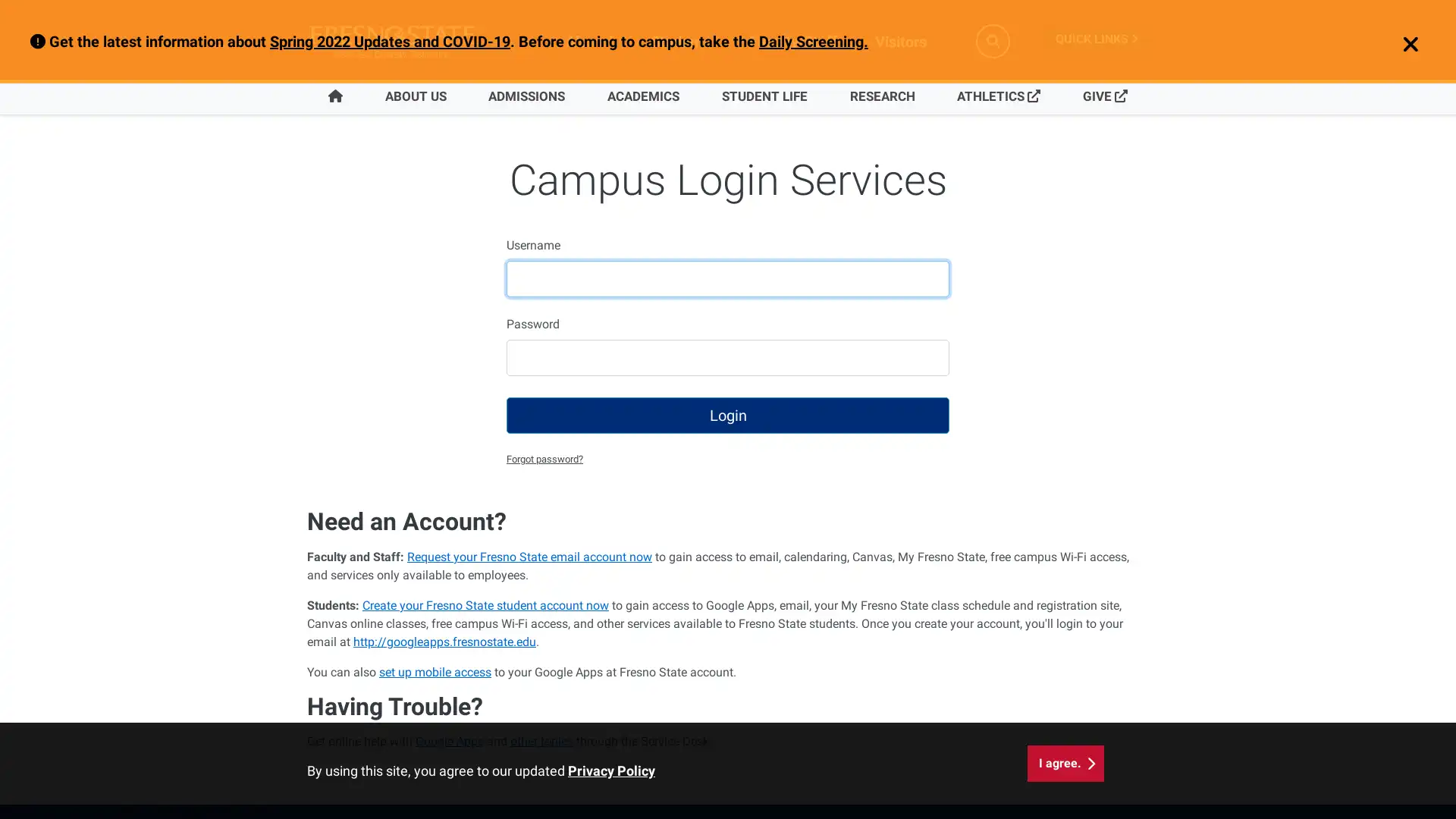 The width and height of the screenshot is (1456, 819). Describe the element at coordinates (611, 770) in the screenshot. I see `learn more about cookies` at that location.